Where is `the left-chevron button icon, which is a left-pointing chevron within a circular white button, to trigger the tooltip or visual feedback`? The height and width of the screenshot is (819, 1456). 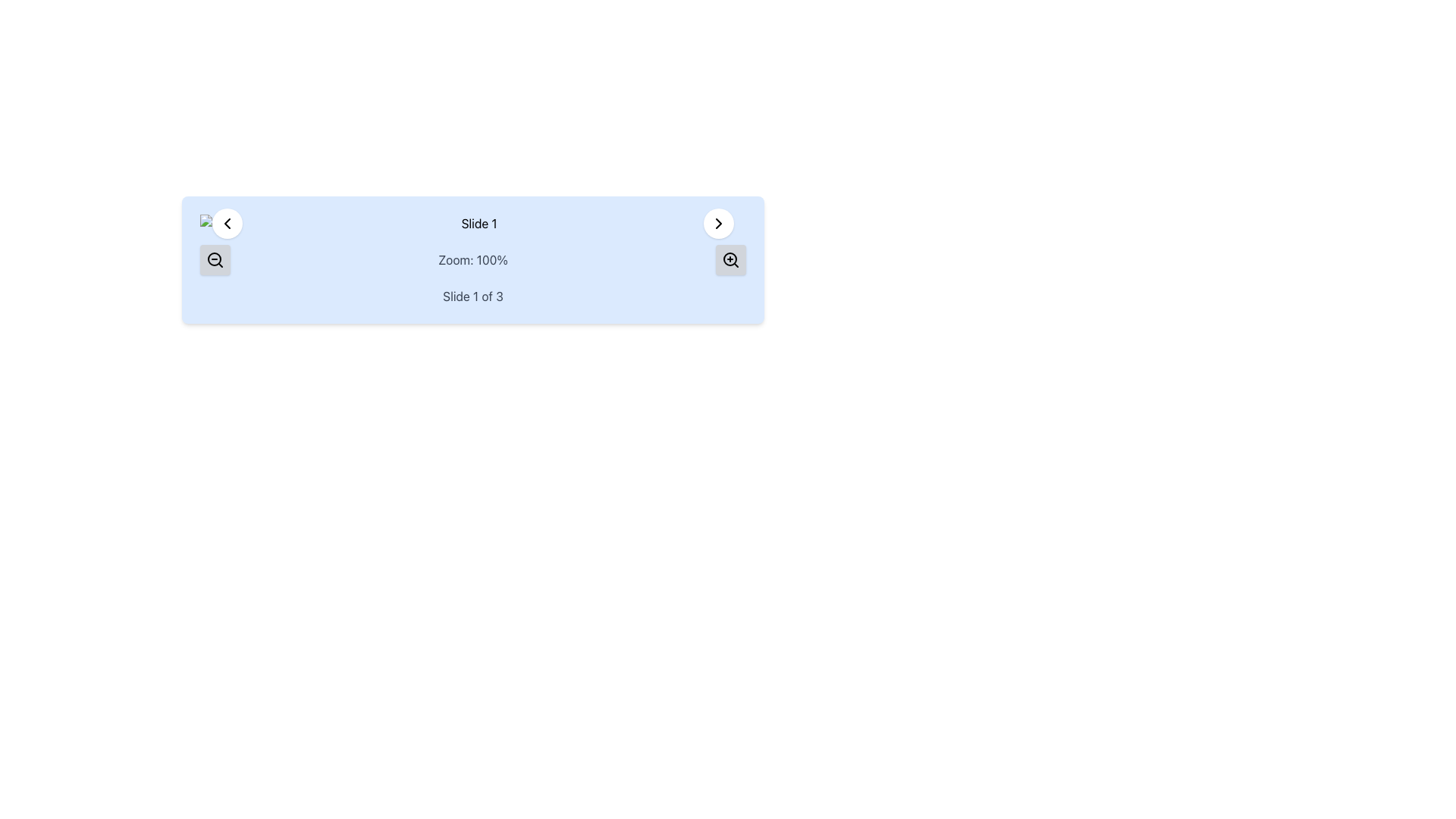
the left-chevron button icon, which is a left-pointing chevron within a circular white button, to trigger the tooltip or visual feedback is located at coordinates (226, 223).